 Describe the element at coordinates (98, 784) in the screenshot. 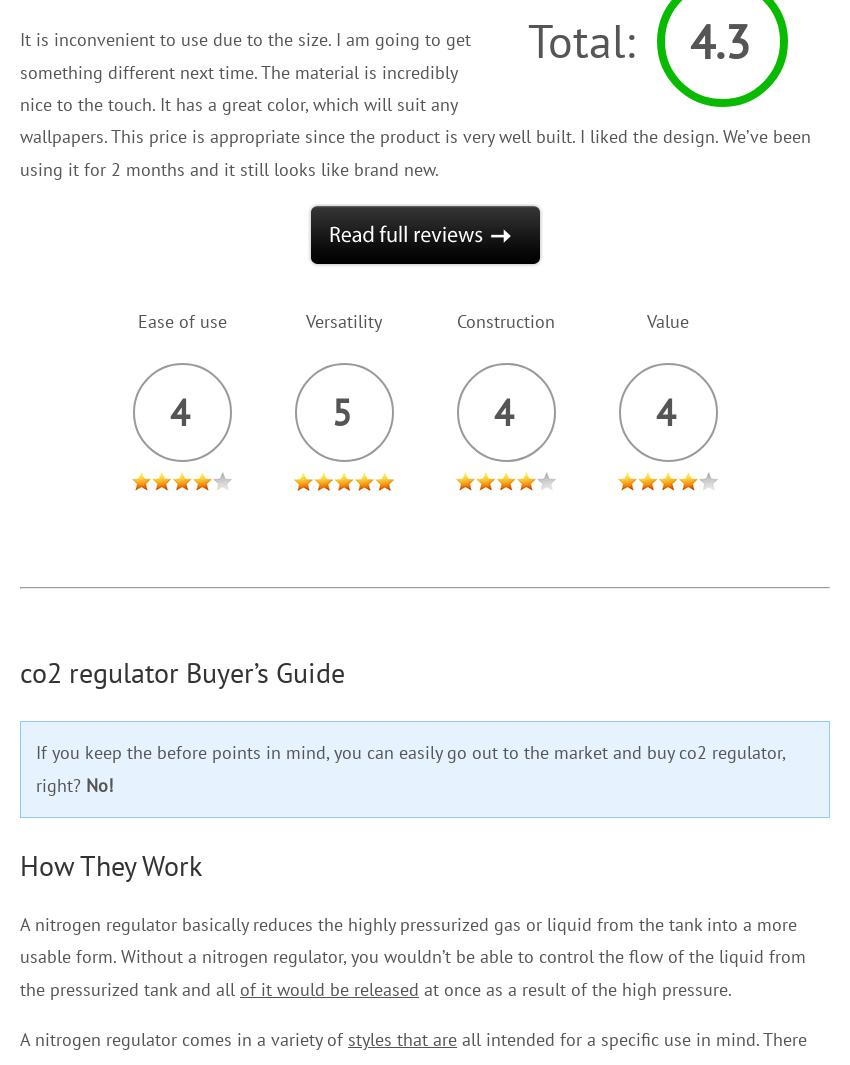

I see `'No!'` at that location.